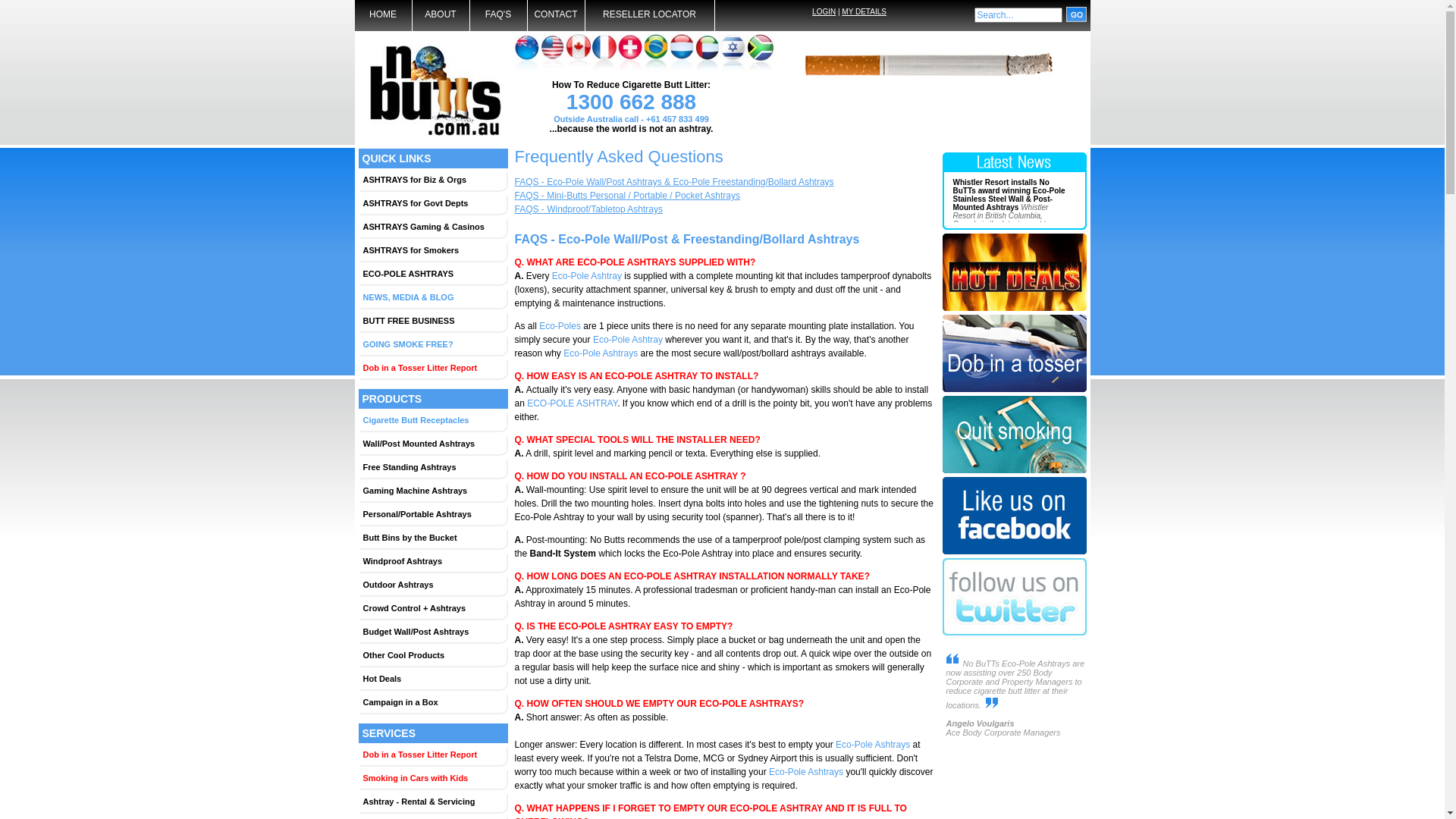 This screenshot has width=1456, height=819. I want to click on 'FAQS - Mini-Butts Personal / Portable / Pocket Ashtrays', so click(626, 195).